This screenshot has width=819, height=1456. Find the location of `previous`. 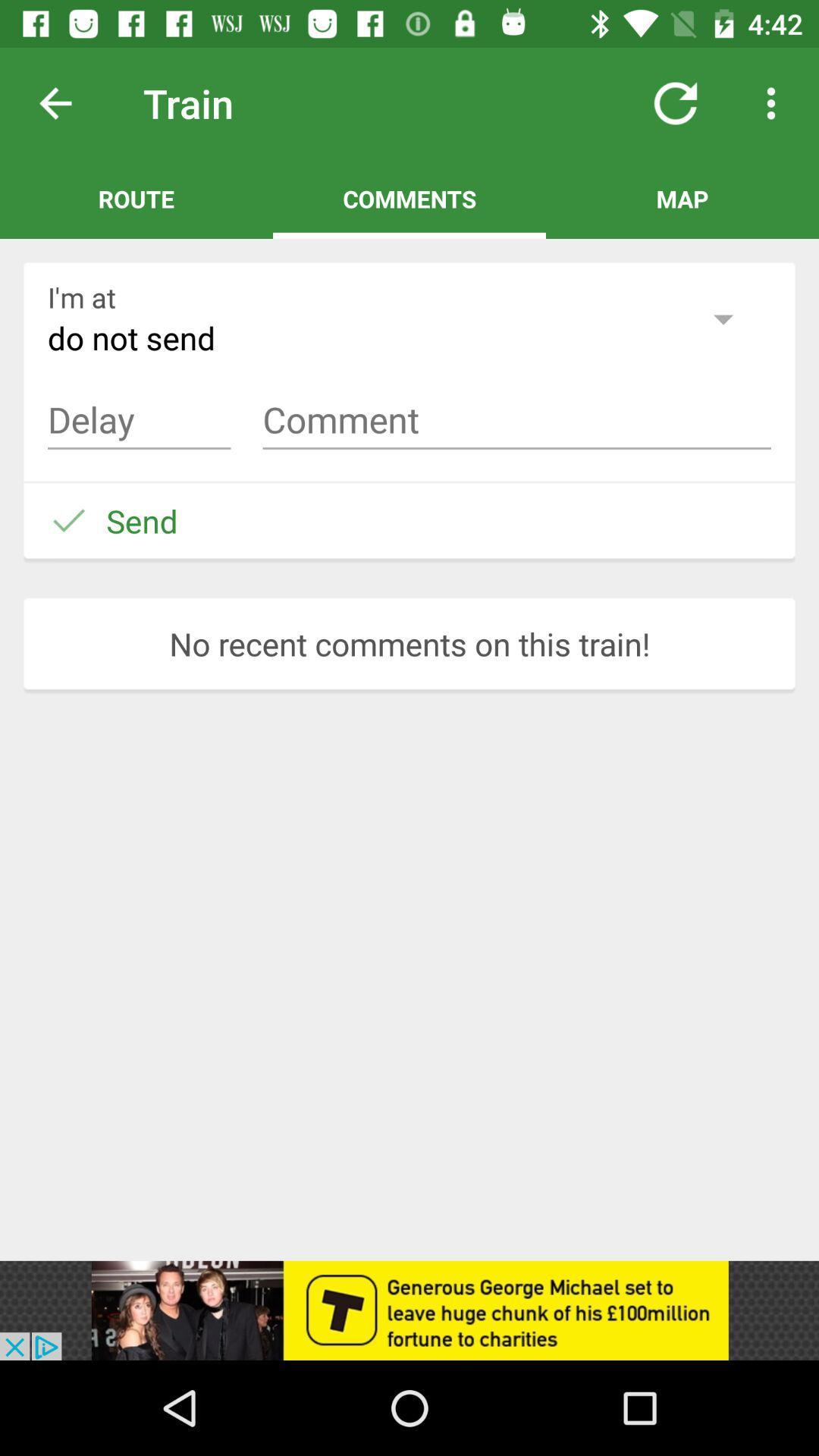

previous is located at coordinates (67, 102).